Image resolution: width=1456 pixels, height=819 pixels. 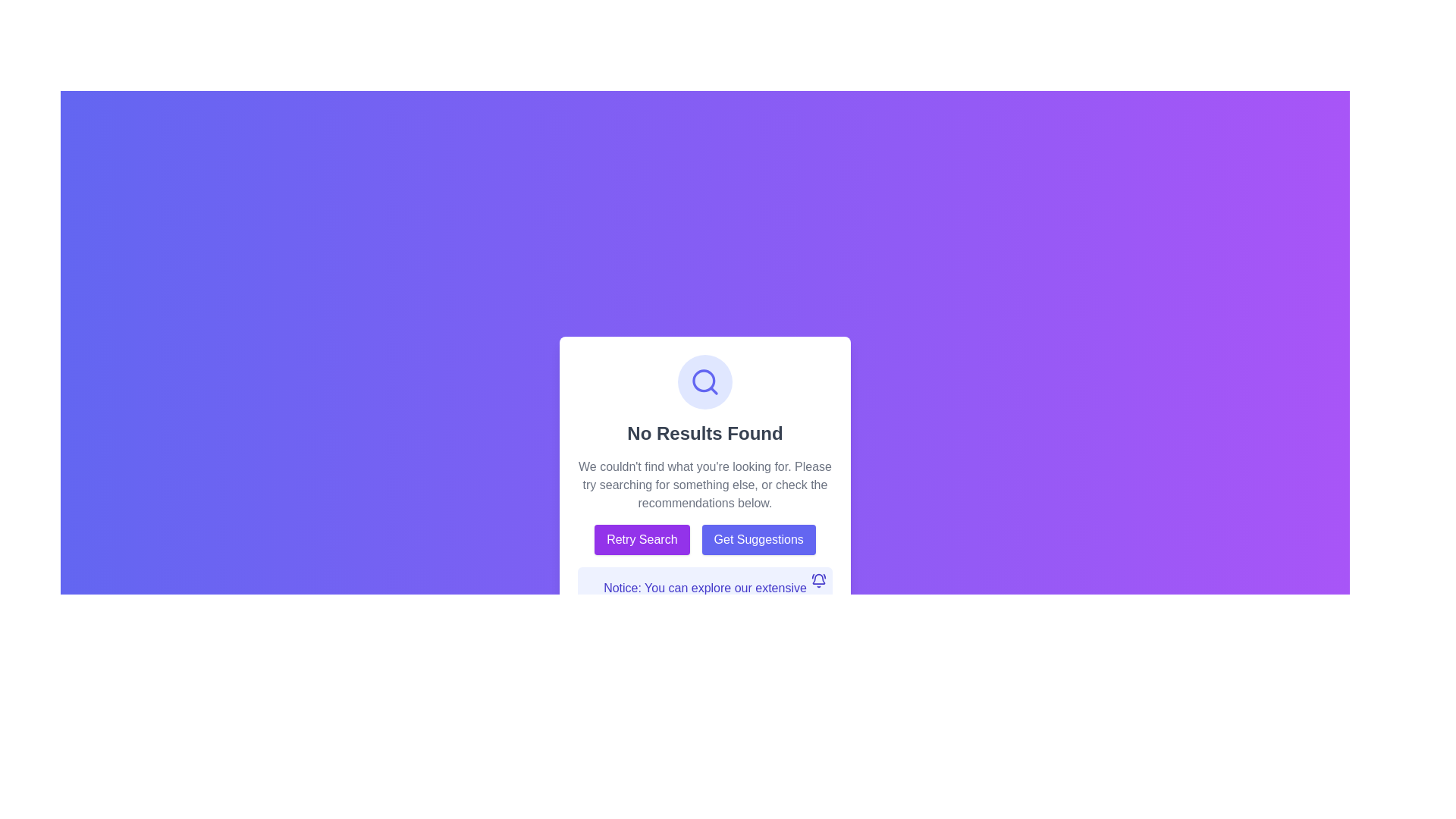 What do you see at coordinates (703, 380) in the screenshot?
I see `the SVG circle element representing the lens area of the magnifying glass icon at the top of the modal containing the 'No Results Found' message` at bounding box center [703, 380].